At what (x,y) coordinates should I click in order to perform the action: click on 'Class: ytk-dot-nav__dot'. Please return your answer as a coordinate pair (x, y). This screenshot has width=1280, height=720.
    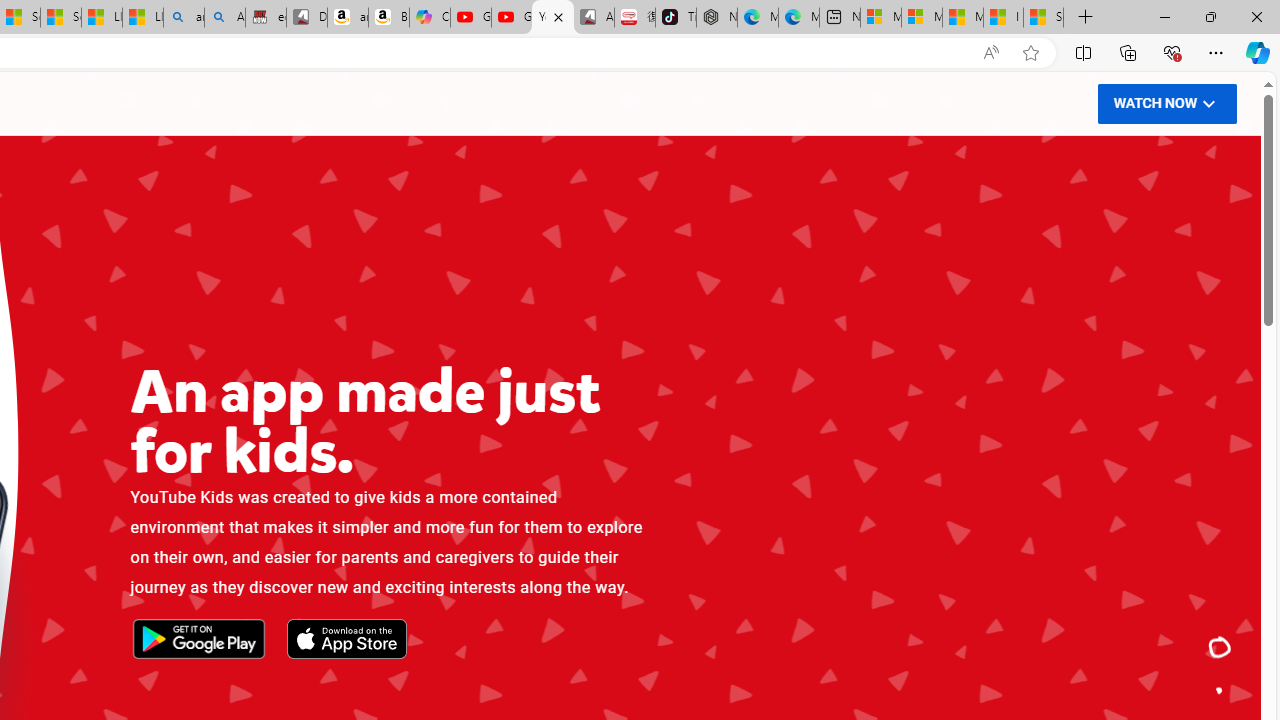
    Looking at the image, I should click on (1218, 689).